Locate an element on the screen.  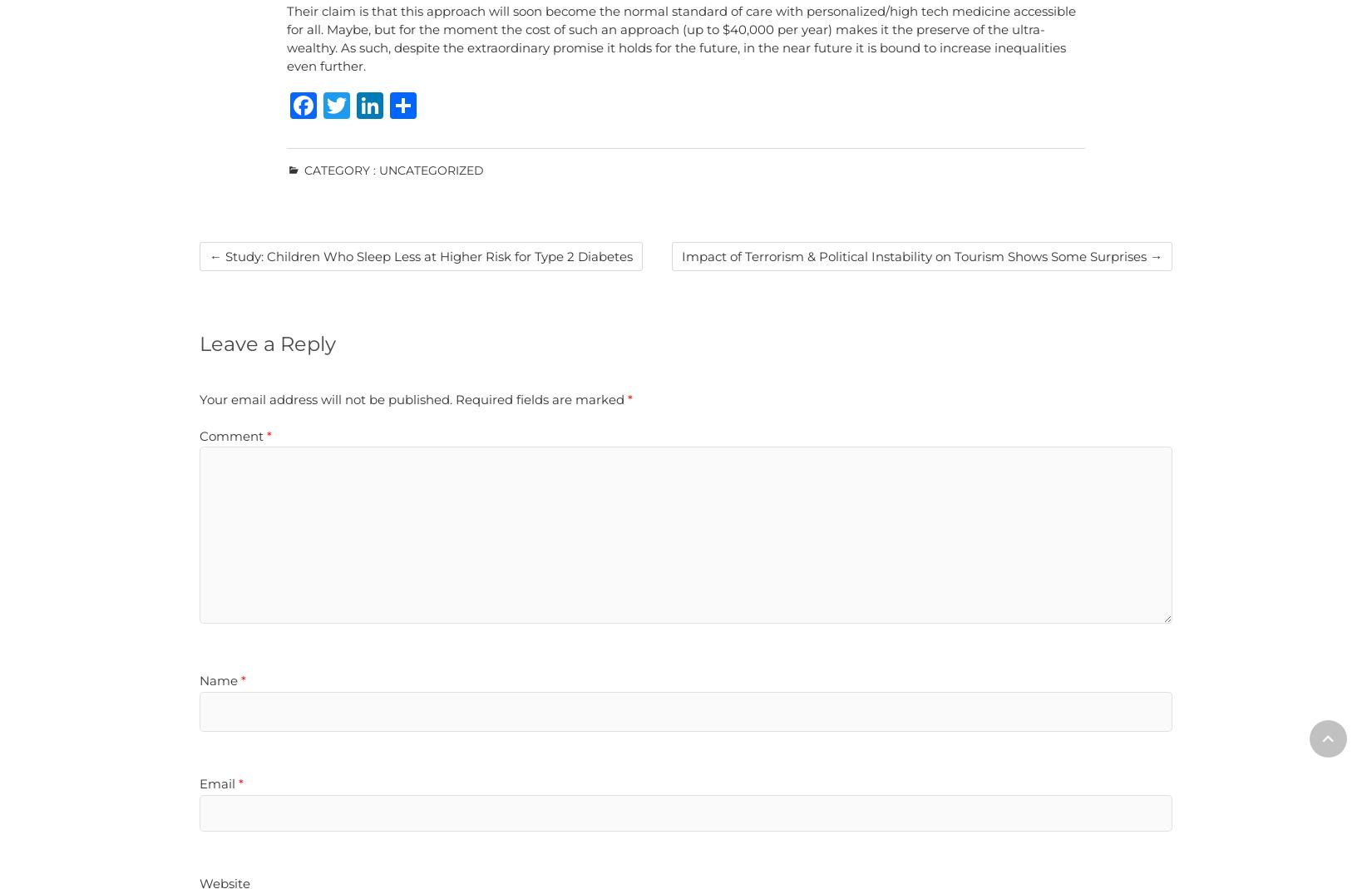
'Name' is located at coordinates (220, 679).